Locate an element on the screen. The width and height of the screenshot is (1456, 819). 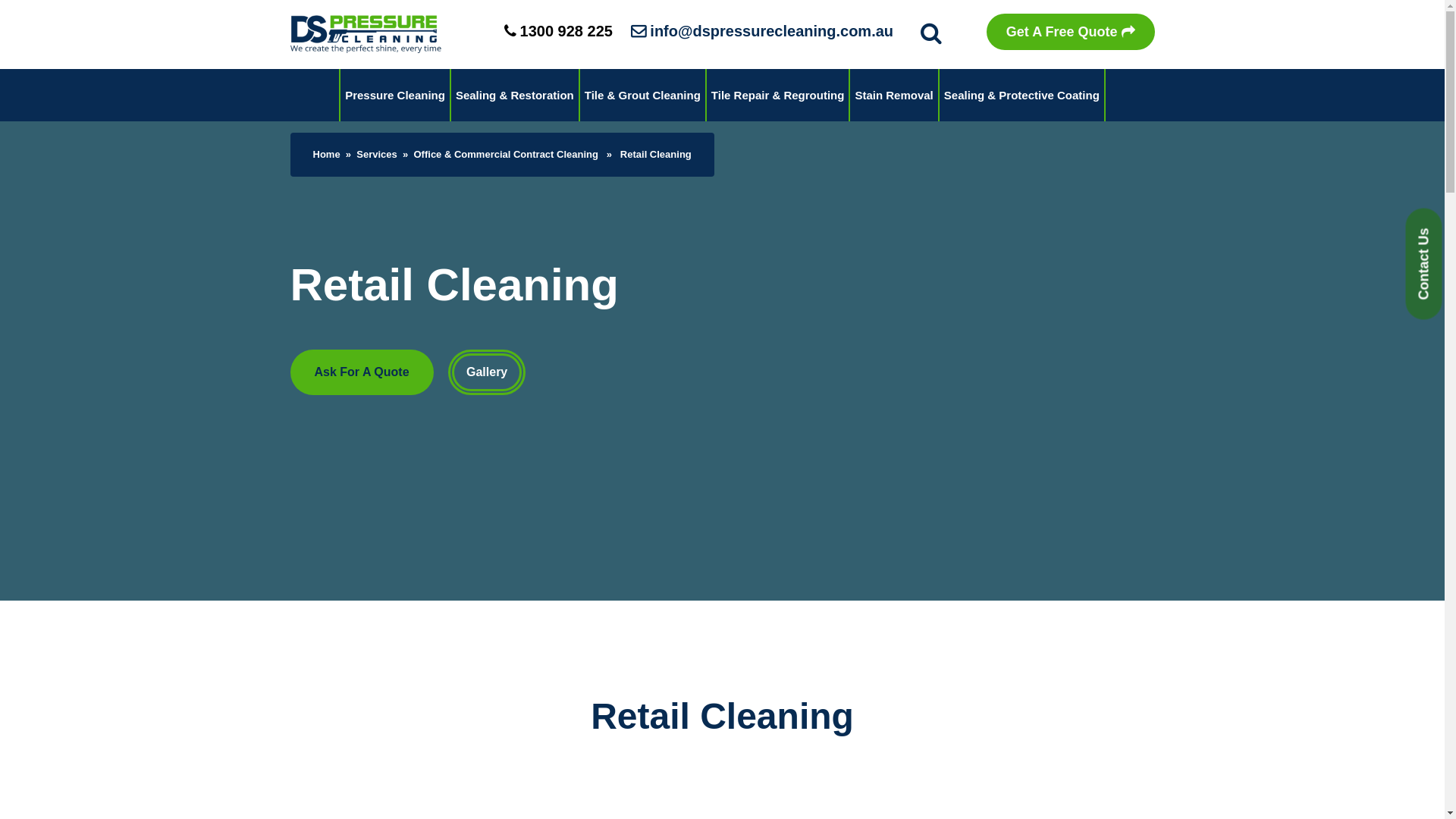
'Home' is located at coordinates (325, 154).